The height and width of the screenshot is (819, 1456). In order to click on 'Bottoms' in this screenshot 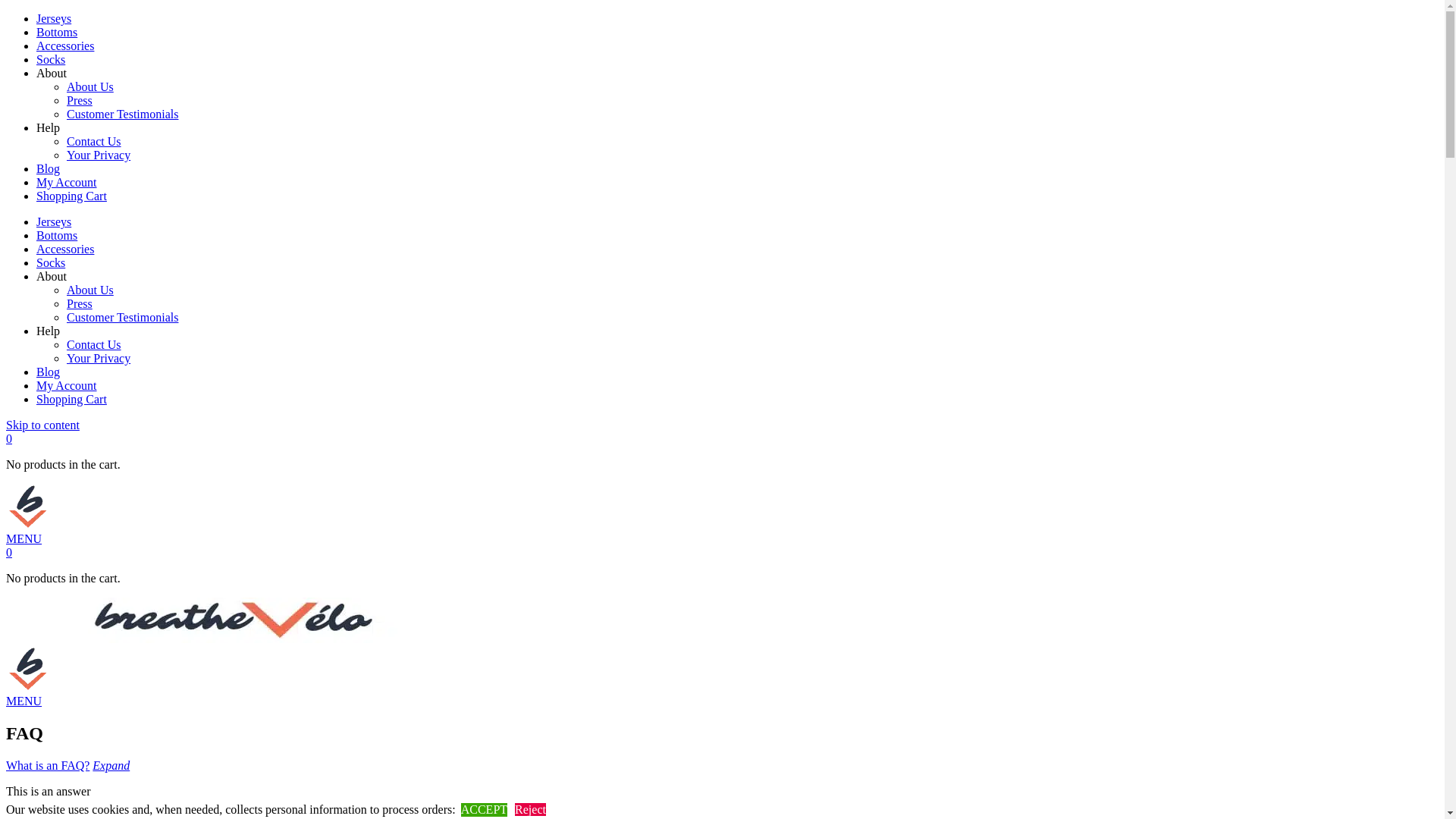, I will do `click(57, 235)`.